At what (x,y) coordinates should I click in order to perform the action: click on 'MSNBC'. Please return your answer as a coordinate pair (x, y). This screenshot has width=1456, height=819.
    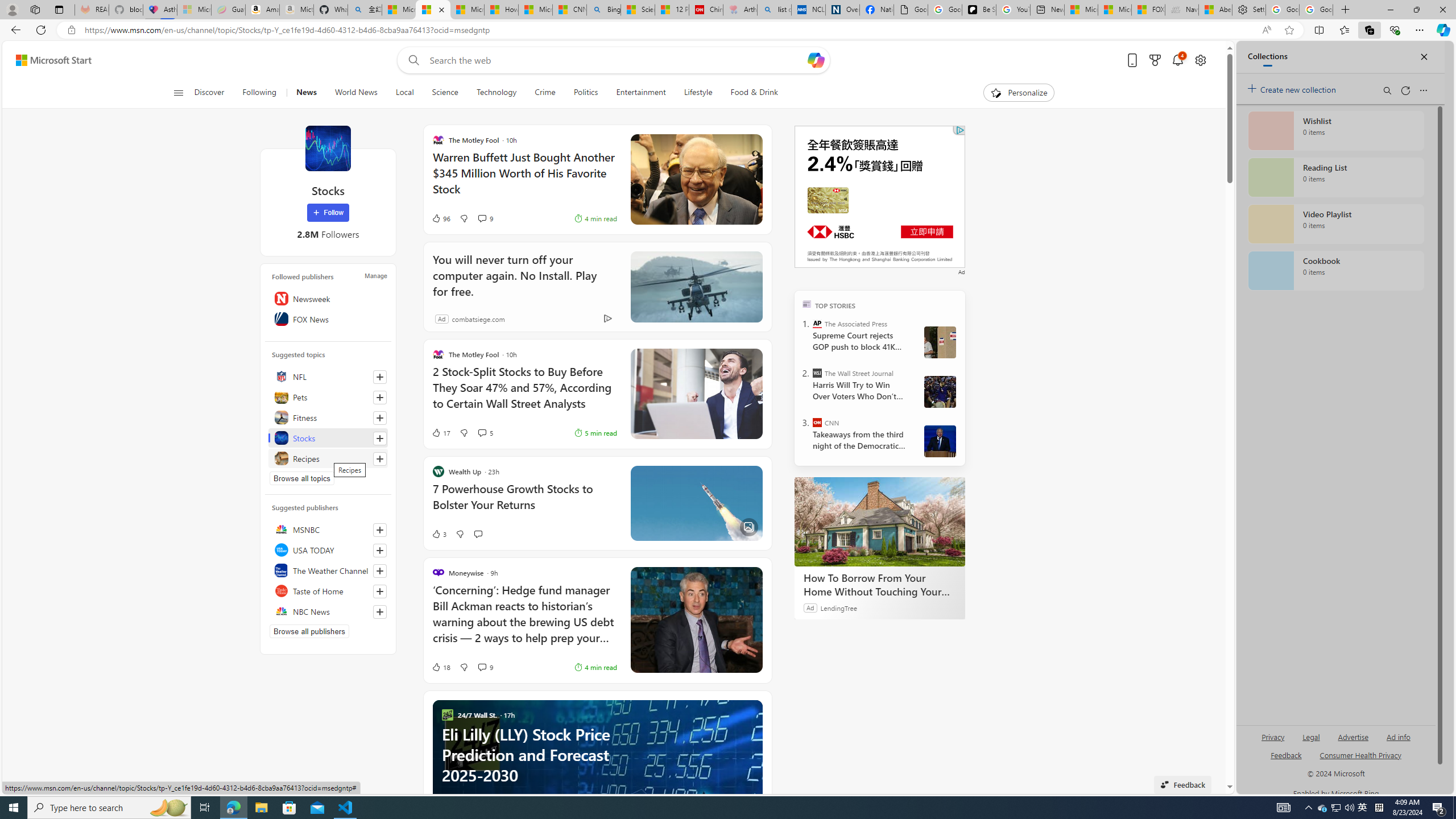
    Looking at the image, I should click on (327, 529).